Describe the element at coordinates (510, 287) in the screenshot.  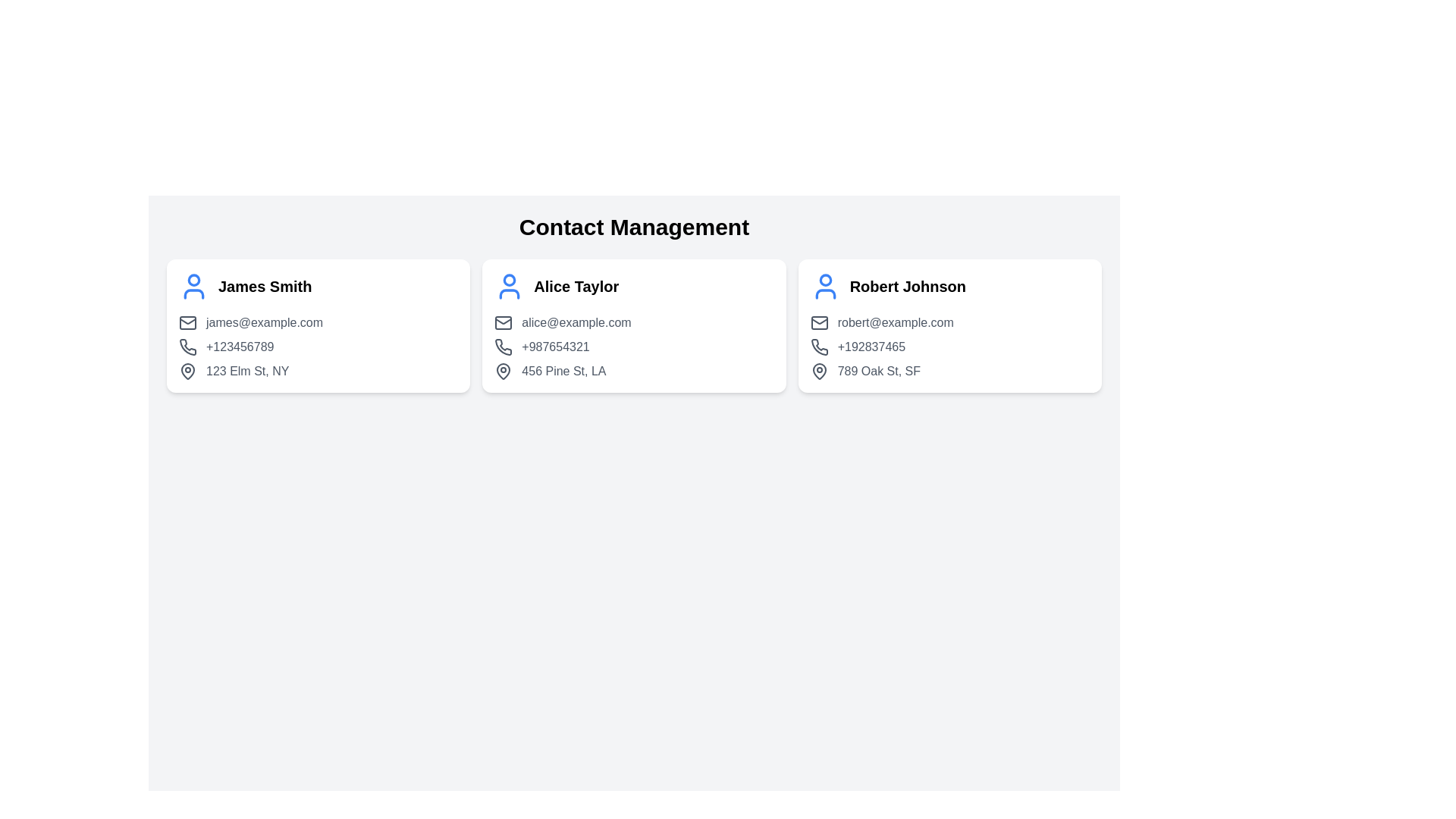
I see `the blue user icon resembling a simplified human figure within a circle, located to the left of the name 'Alice Taylor' on the card` at that location.